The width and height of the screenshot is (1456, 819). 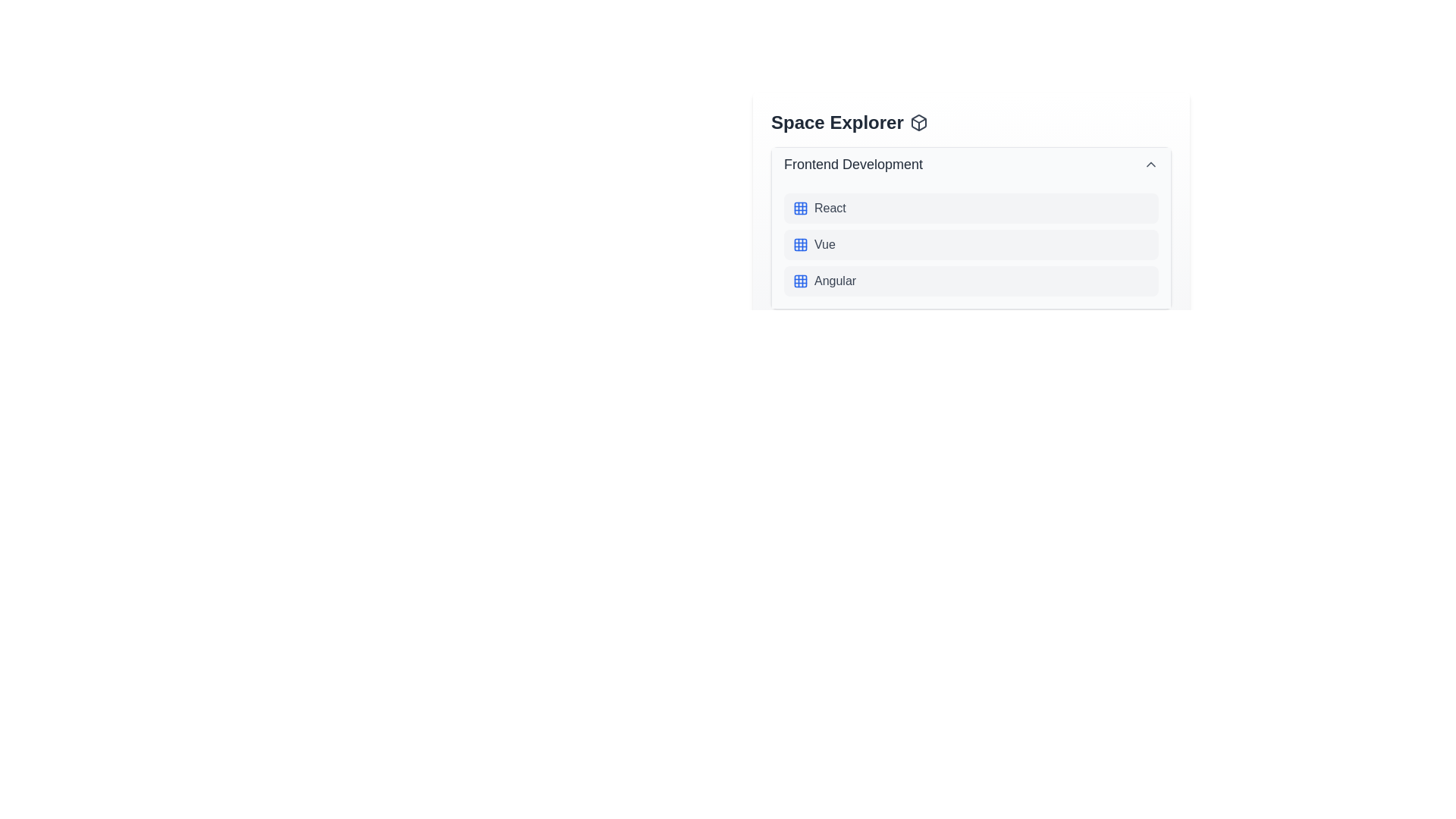 What do you see at coordinates (853, 164) in the screenshot?
I see `the text label displaying 'Frontend Development' in a bold, large font with a dark gray color` at bounding box center [853, 164].